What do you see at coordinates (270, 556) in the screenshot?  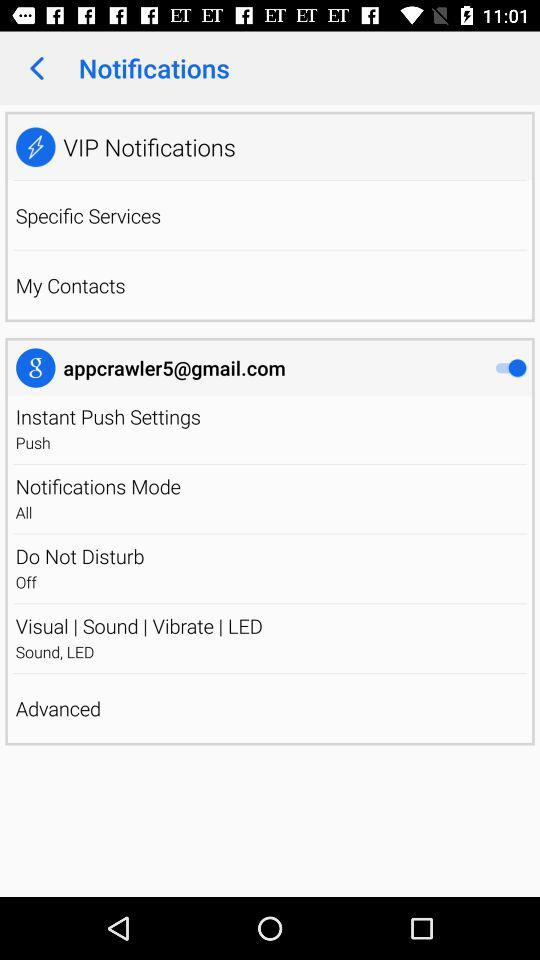 I see `item above off app` at bounding box center [270, 556].